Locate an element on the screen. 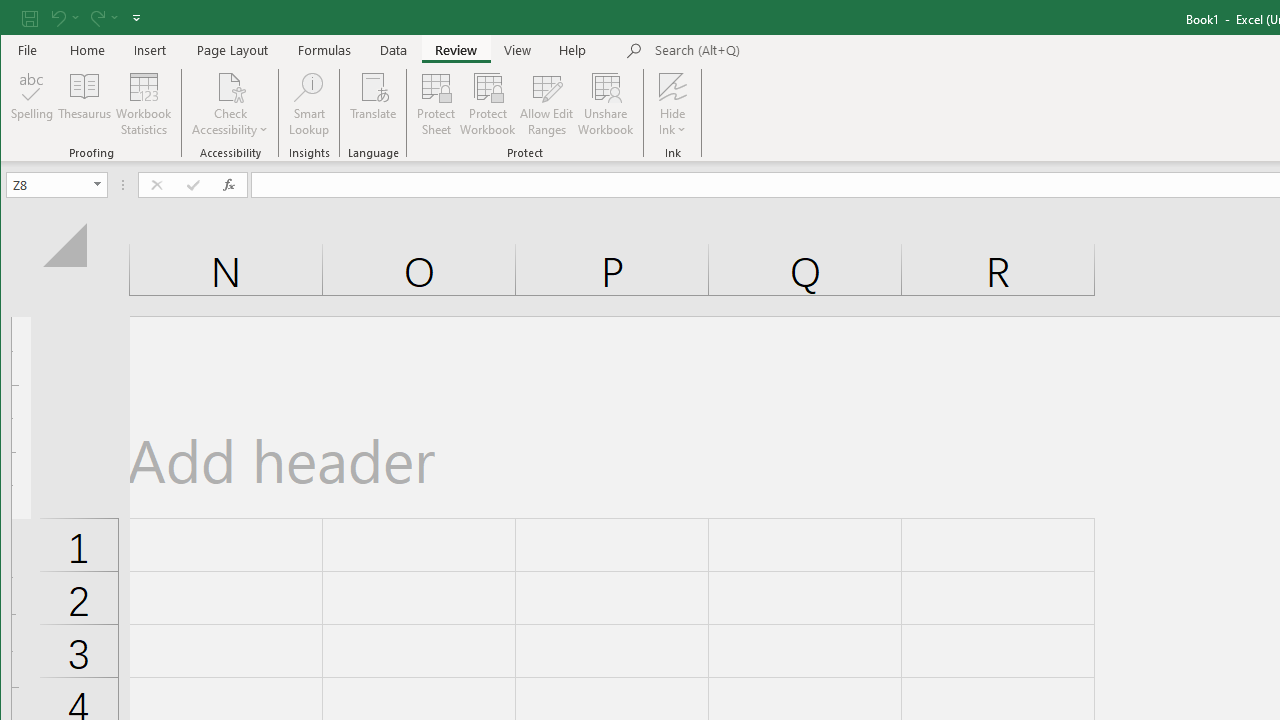  'Protect Sheet...' is located at coordinates (435, 104).